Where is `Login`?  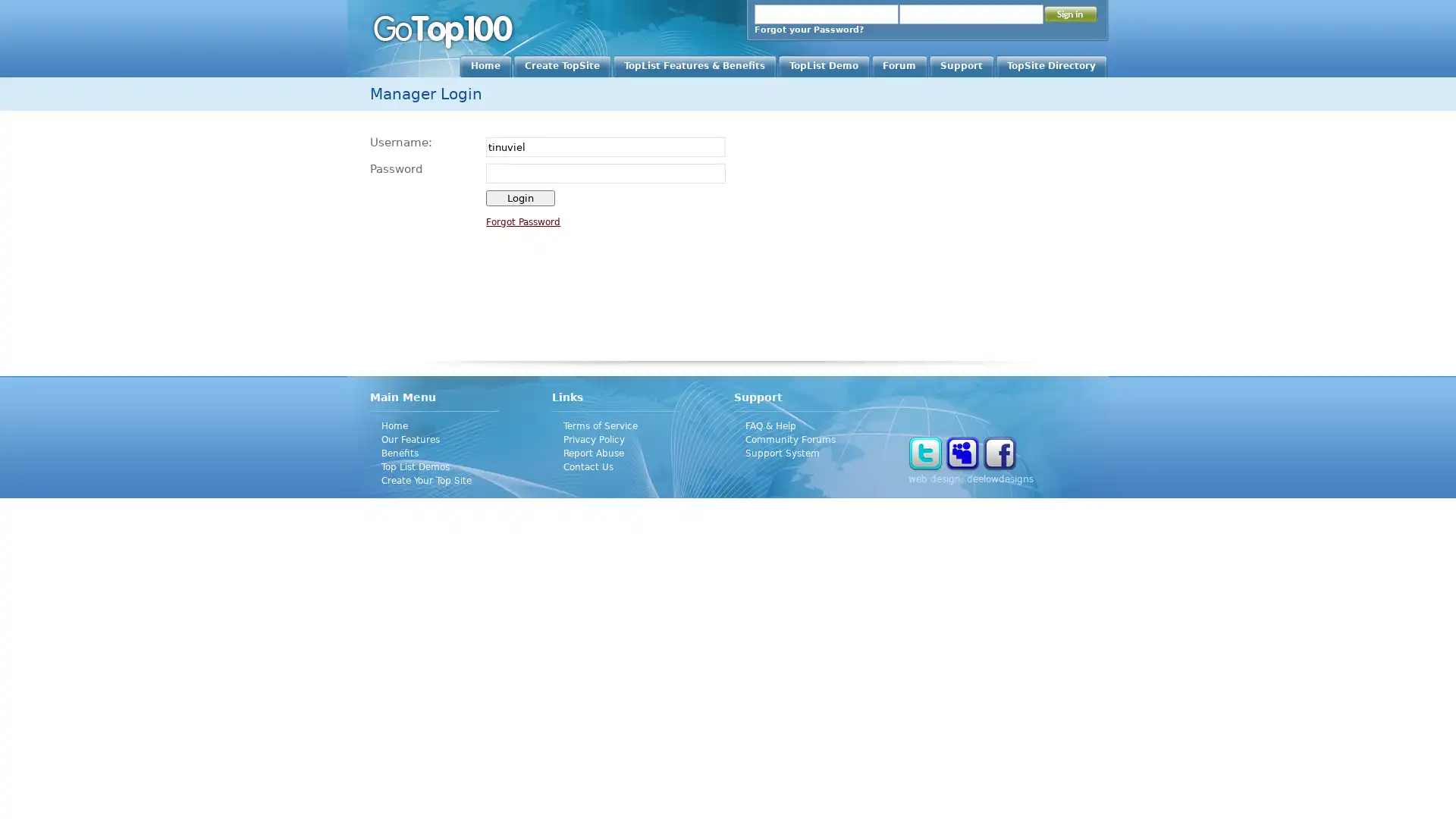 Login is located at coordinates (520, 197).